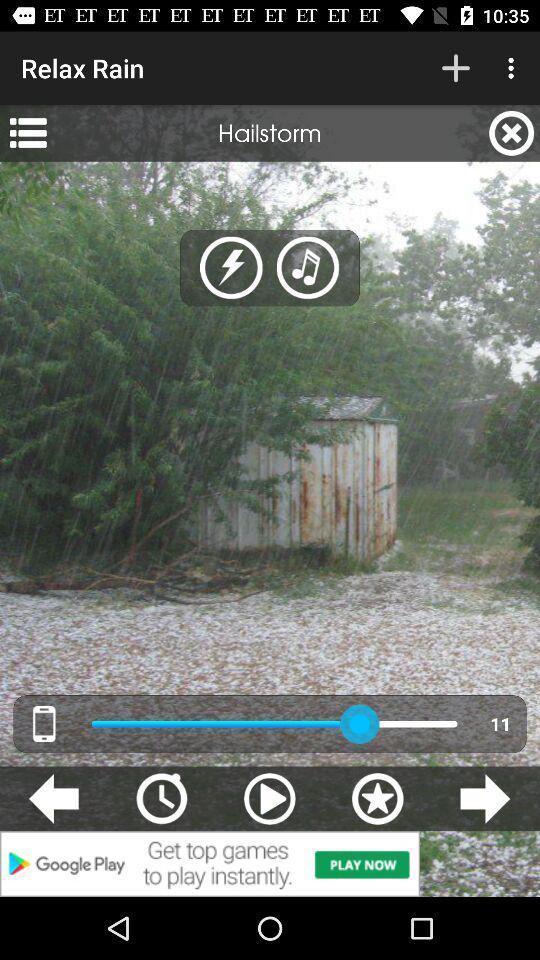 Image resolution: width=540 pixels, height=960 pixels. Describe the element at coordinates (27, 132) in the screenshot. I see `the list icon` at that location.